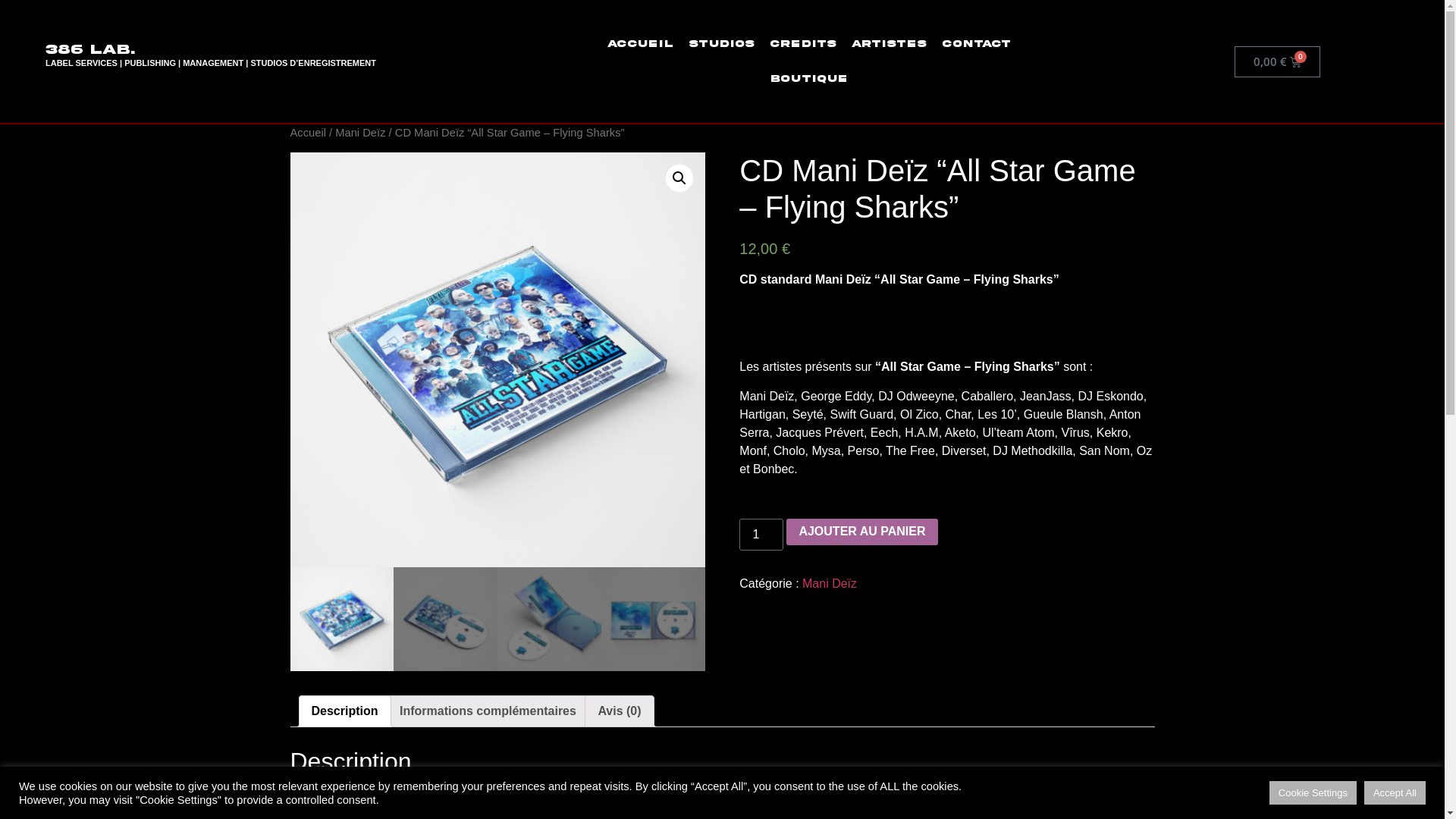 The image size is (1456, 819). I want to click on 'Accept All', so click(1395, 792).